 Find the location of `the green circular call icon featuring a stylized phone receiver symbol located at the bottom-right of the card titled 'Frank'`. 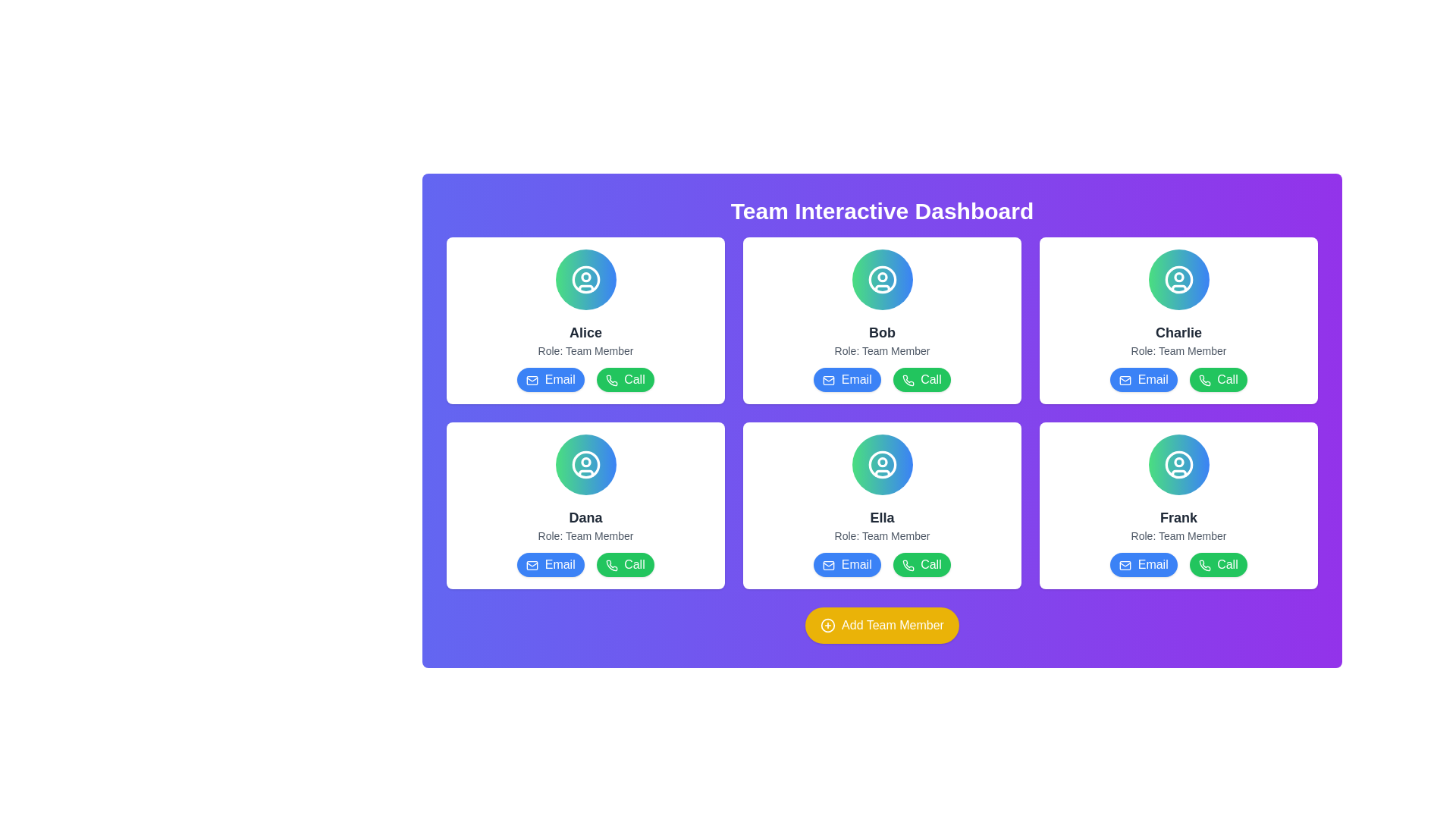

the green circular call icon featuring a stylized phone receiver symbol located at the bottom-right of the card titled 'Frank' is located at coordinates (1203, 565).